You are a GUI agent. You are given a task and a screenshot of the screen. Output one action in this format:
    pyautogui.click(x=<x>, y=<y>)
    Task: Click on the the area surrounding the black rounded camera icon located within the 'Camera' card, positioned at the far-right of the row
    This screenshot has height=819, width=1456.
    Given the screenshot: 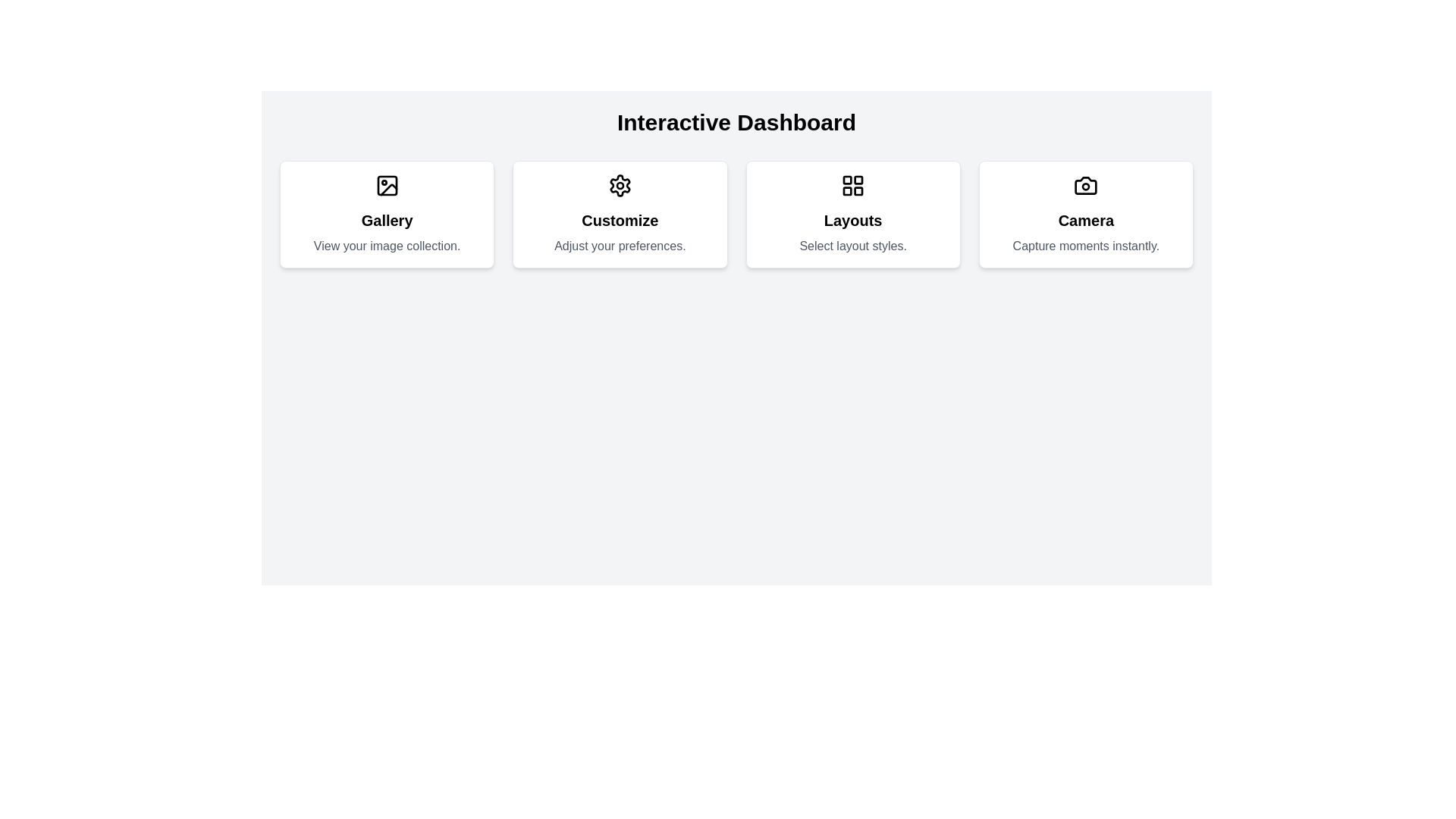 What is the action you would take?
    pyautogui.click(x=1085, y=185)
    